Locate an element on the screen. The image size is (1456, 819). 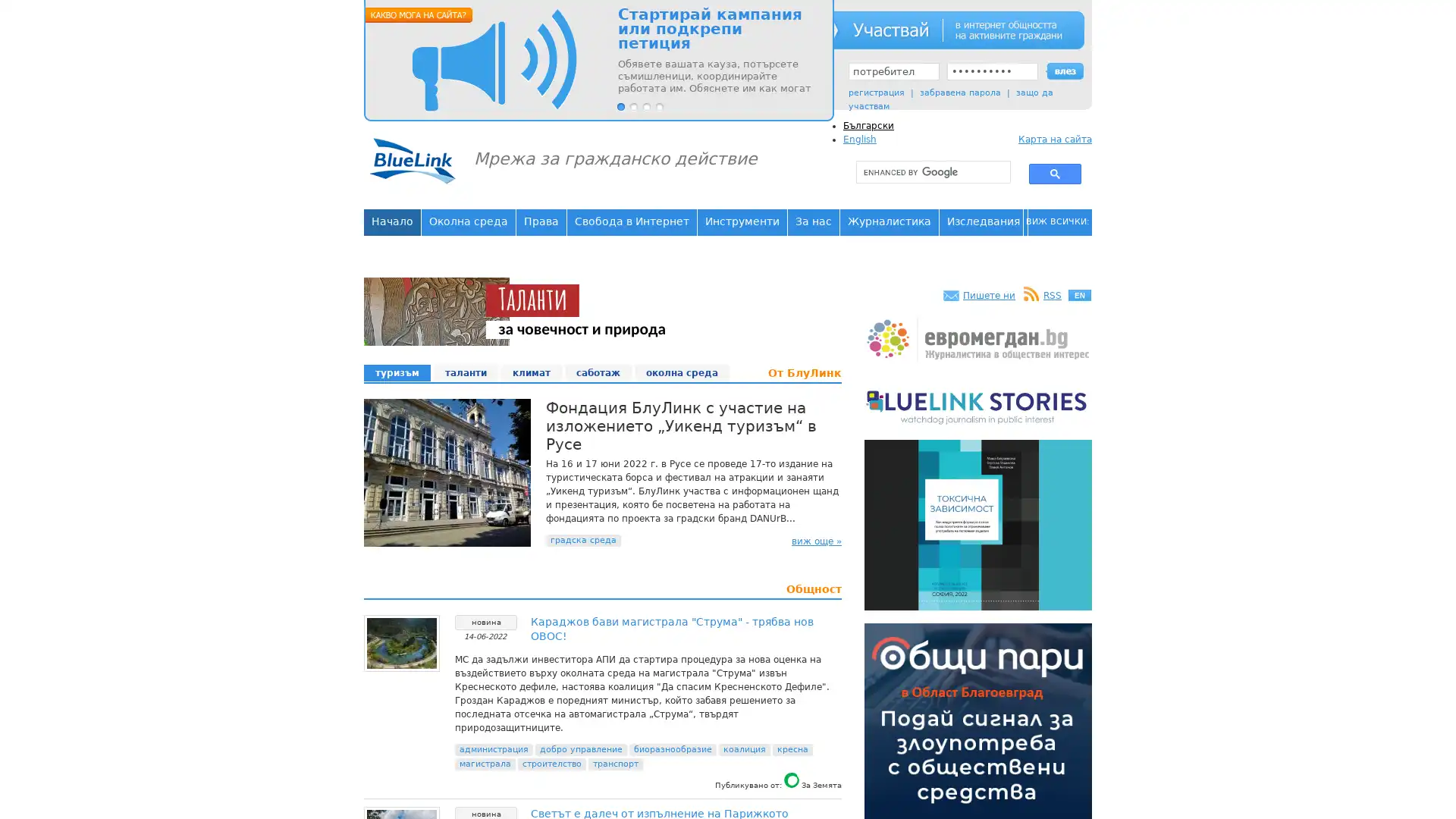
search is located at coordinates (1054, 173).